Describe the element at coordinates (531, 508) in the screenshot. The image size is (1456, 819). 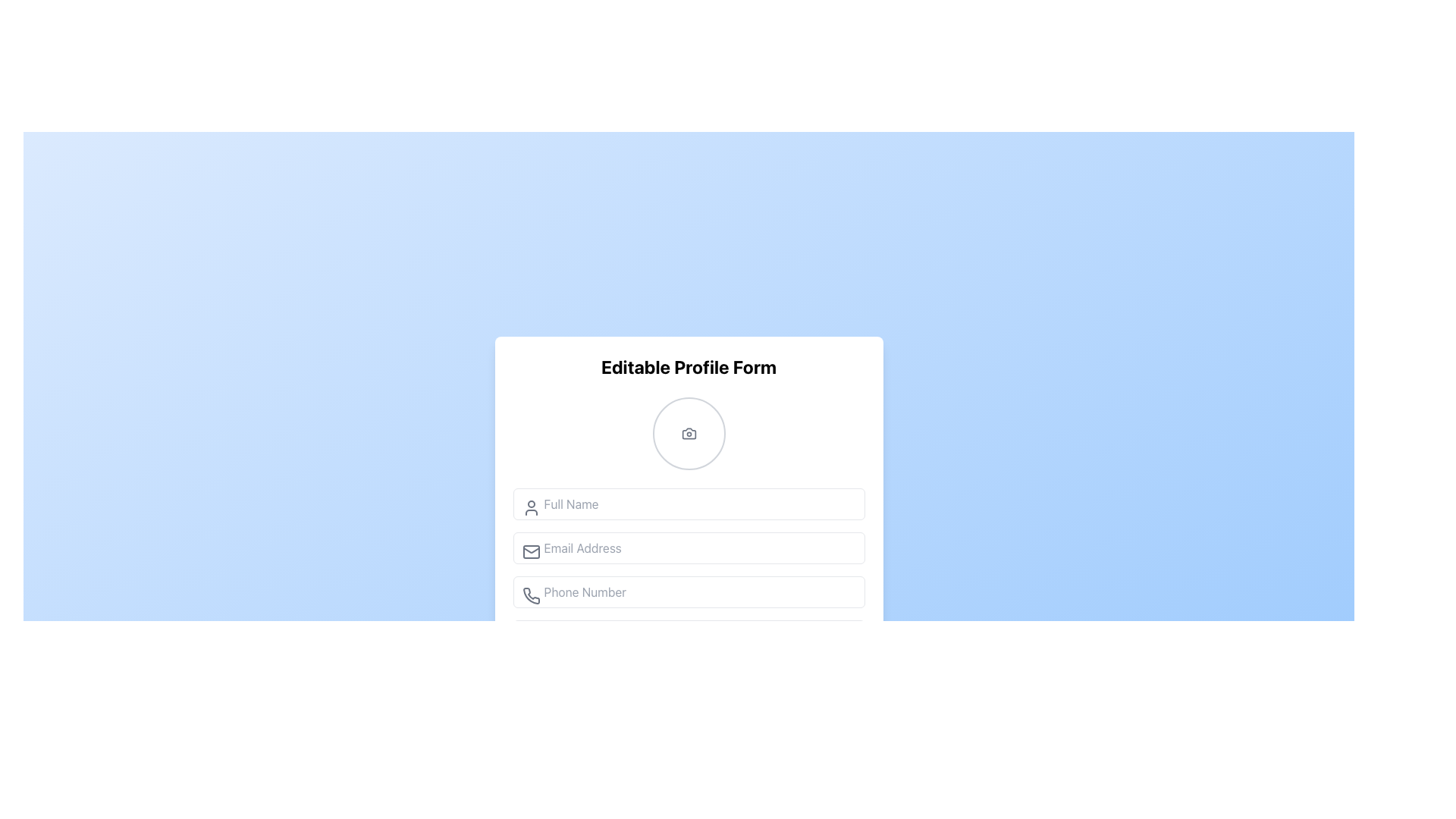
I see `the 'Full Name' input field icon, which is located on the left side of the associated input field, serving as a visual cue for entering a user's name` at that location.